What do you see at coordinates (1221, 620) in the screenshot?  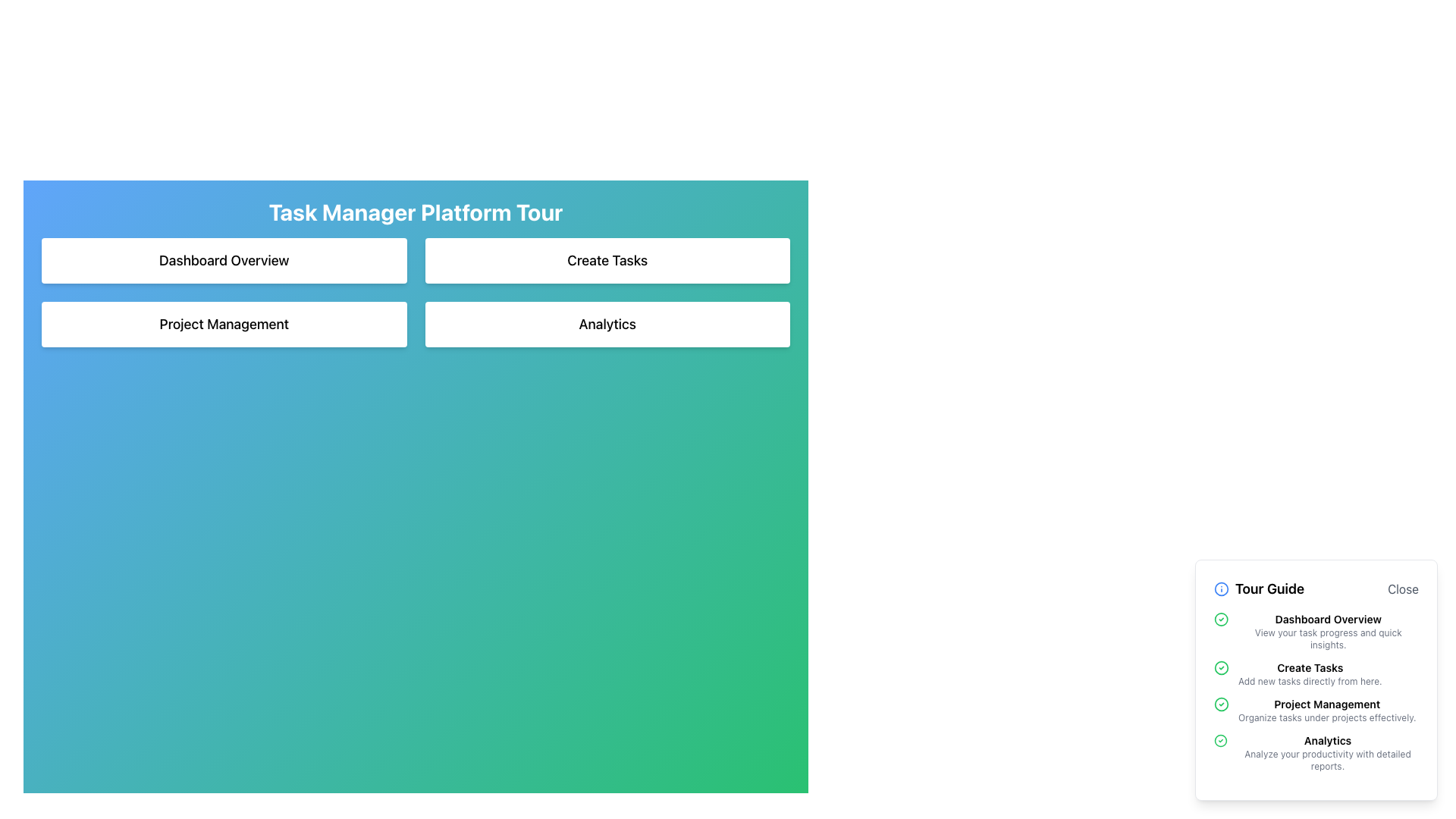 I see `the confirmation icon located in the 'Tour Guide' section, adjacent to the 'Dashboard Overview' text, indicating completion or acknowledgment` at bounding box center [1221, 620].